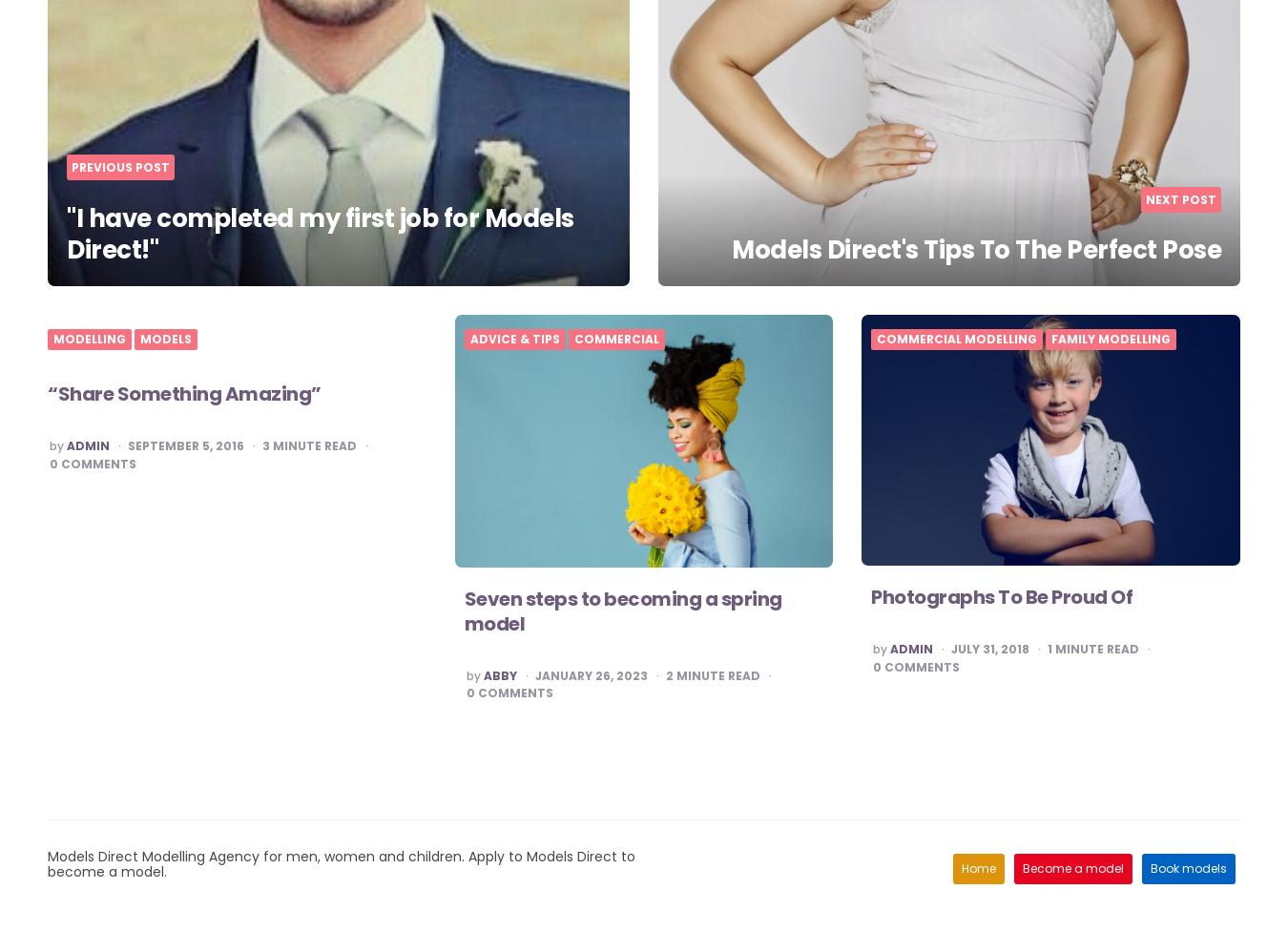  I want to click on 'Advice & Tips', so click(513, 339).